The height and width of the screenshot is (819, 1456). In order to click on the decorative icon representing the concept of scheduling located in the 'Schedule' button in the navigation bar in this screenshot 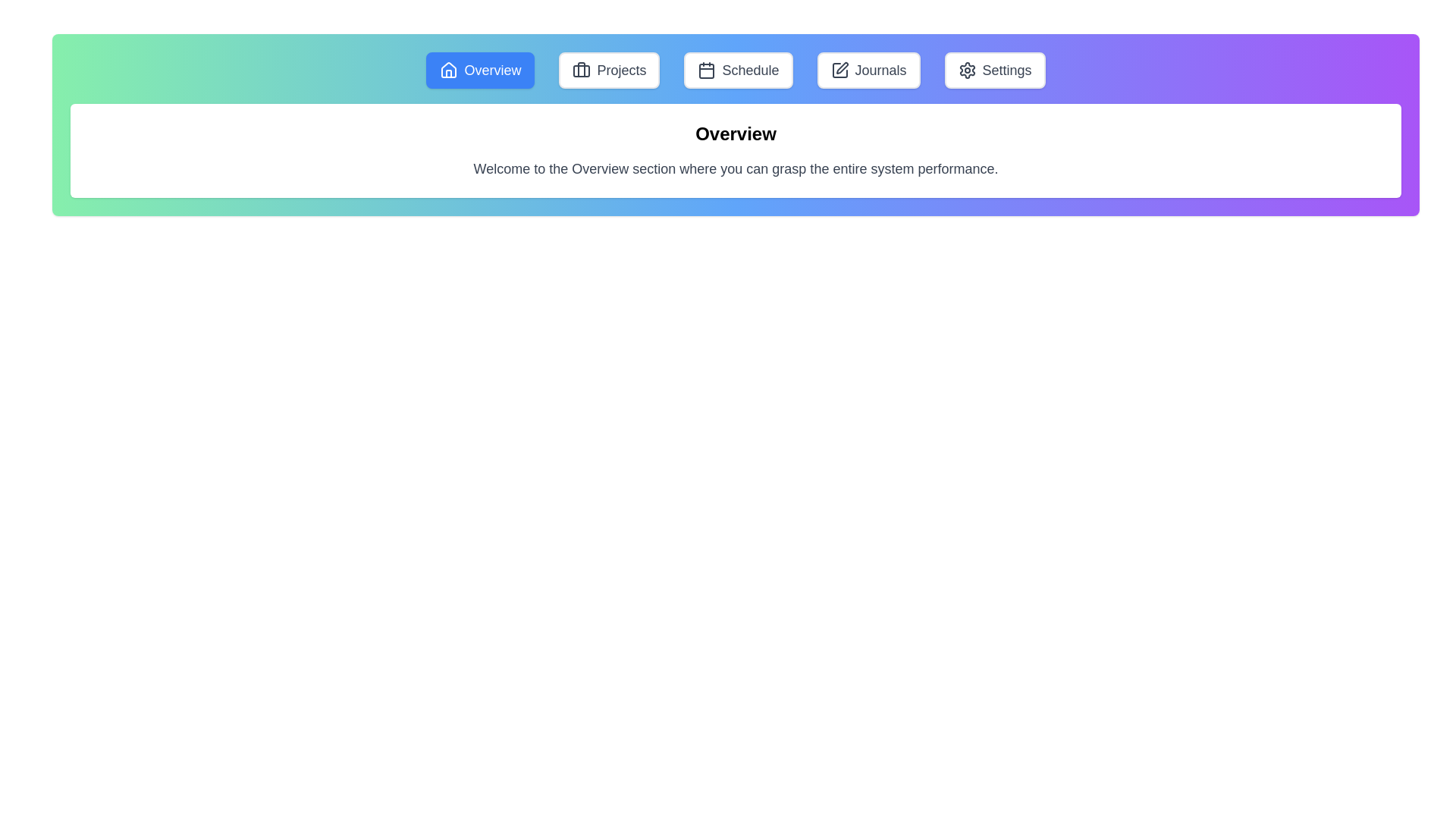, I will do `click(706, 70)`.